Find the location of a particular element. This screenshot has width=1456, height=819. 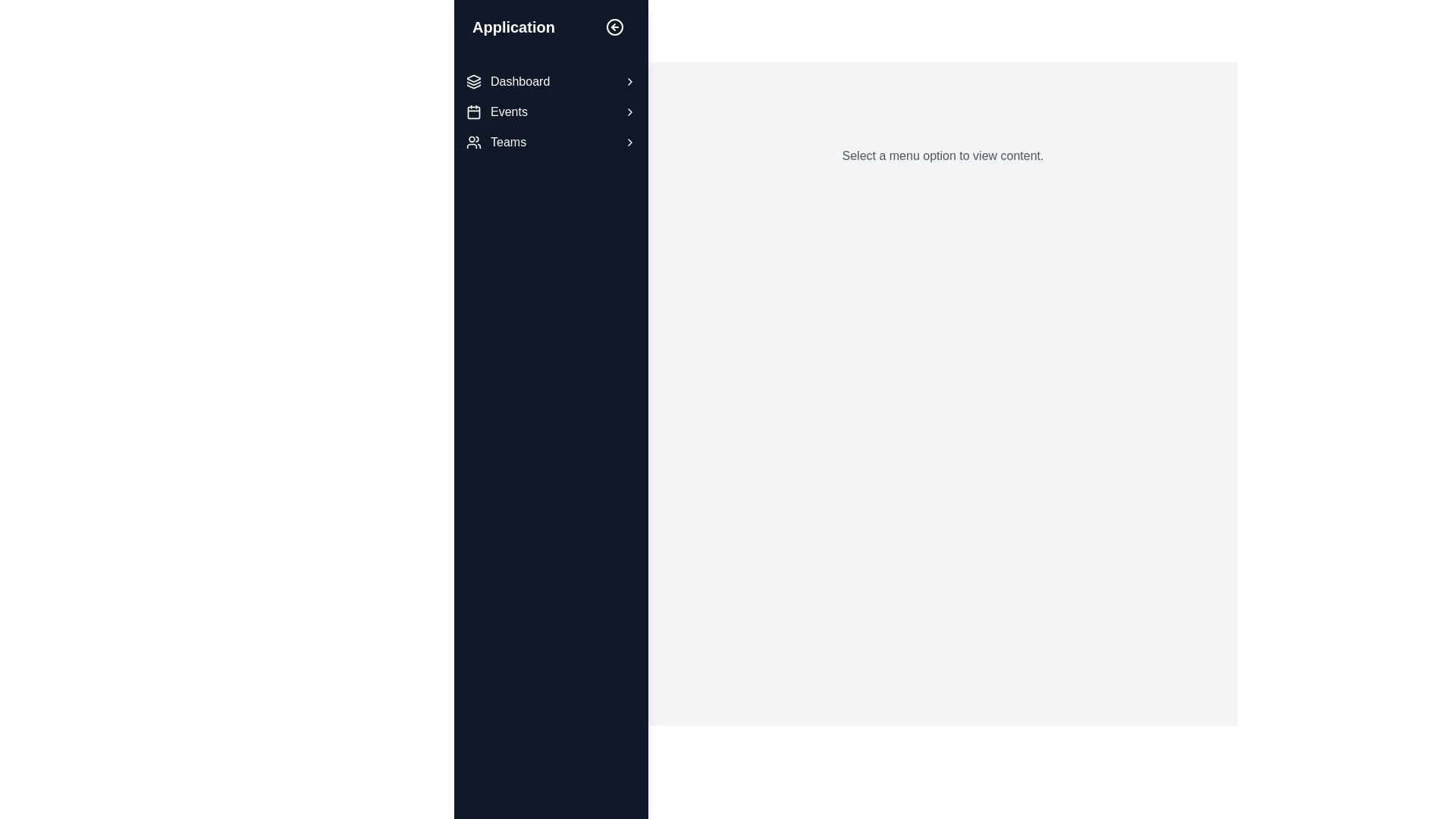

the 'Teams' menu option in the vertical navigation panel is located at coordinates (508, 143).